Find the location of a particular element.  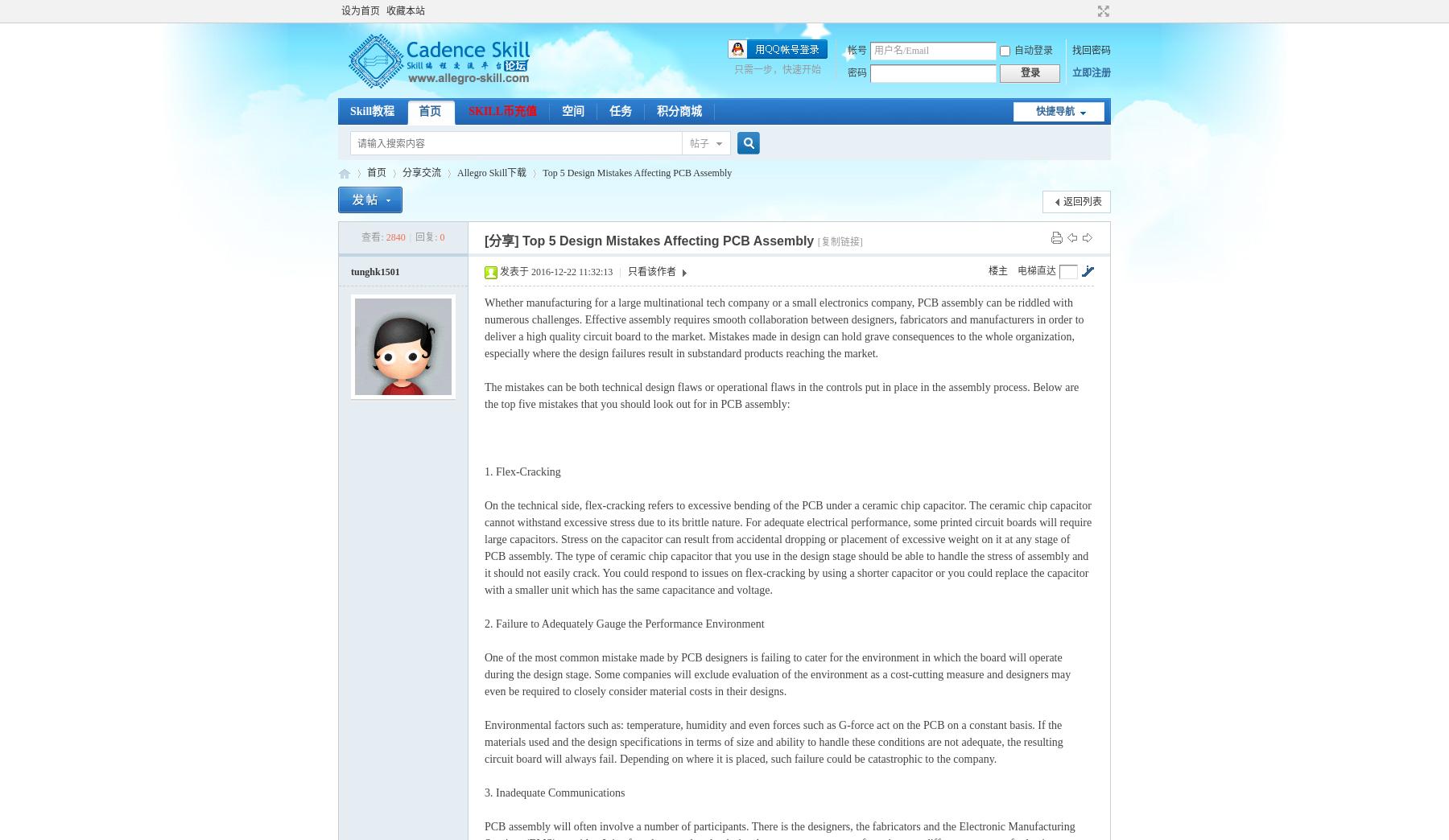

'0' is located at coordinates (441, 237).